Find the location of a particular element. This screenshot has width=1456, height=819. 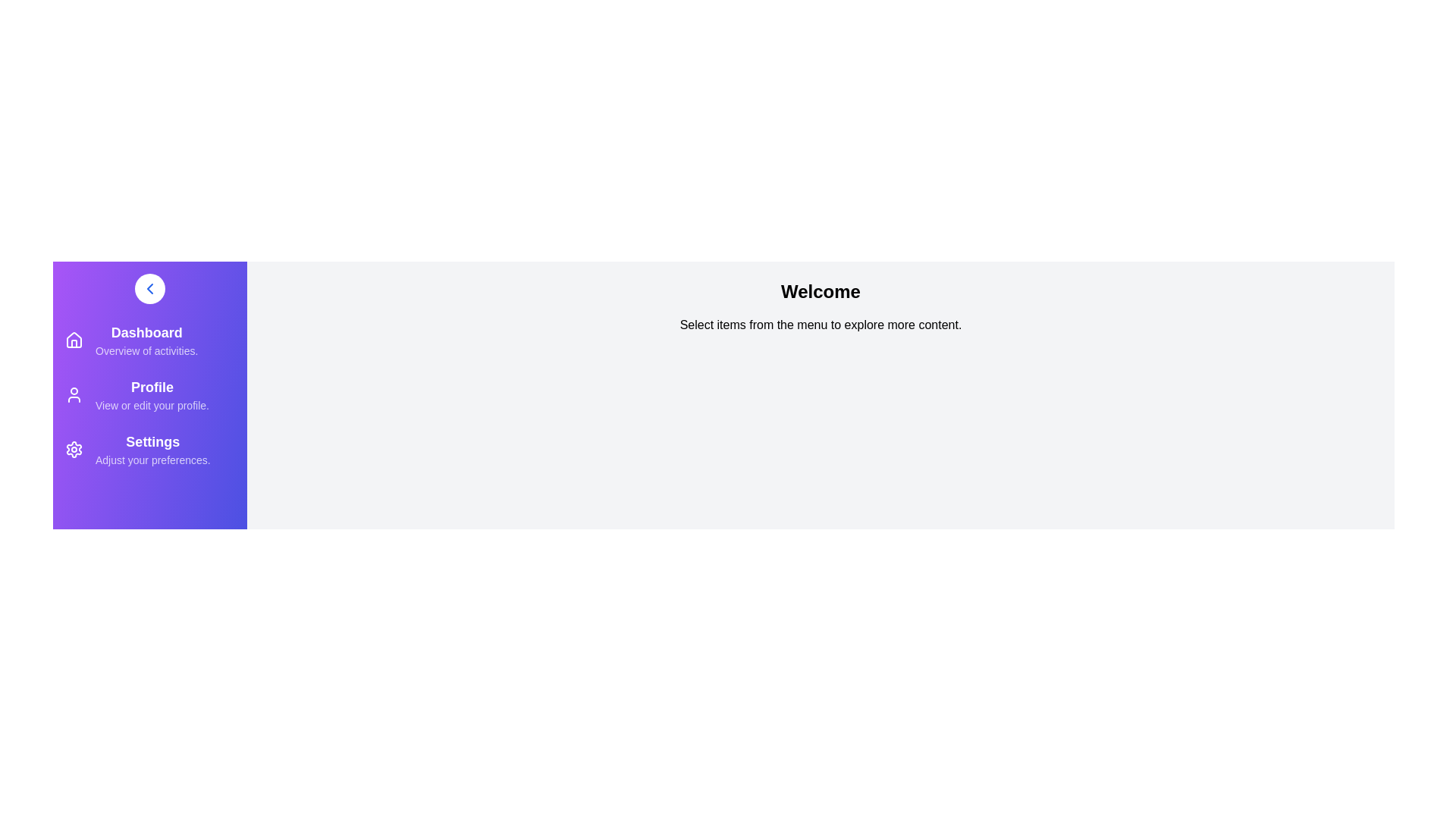

the menu item Dashboard to view its hover effects is located at coordinates (73, 339).